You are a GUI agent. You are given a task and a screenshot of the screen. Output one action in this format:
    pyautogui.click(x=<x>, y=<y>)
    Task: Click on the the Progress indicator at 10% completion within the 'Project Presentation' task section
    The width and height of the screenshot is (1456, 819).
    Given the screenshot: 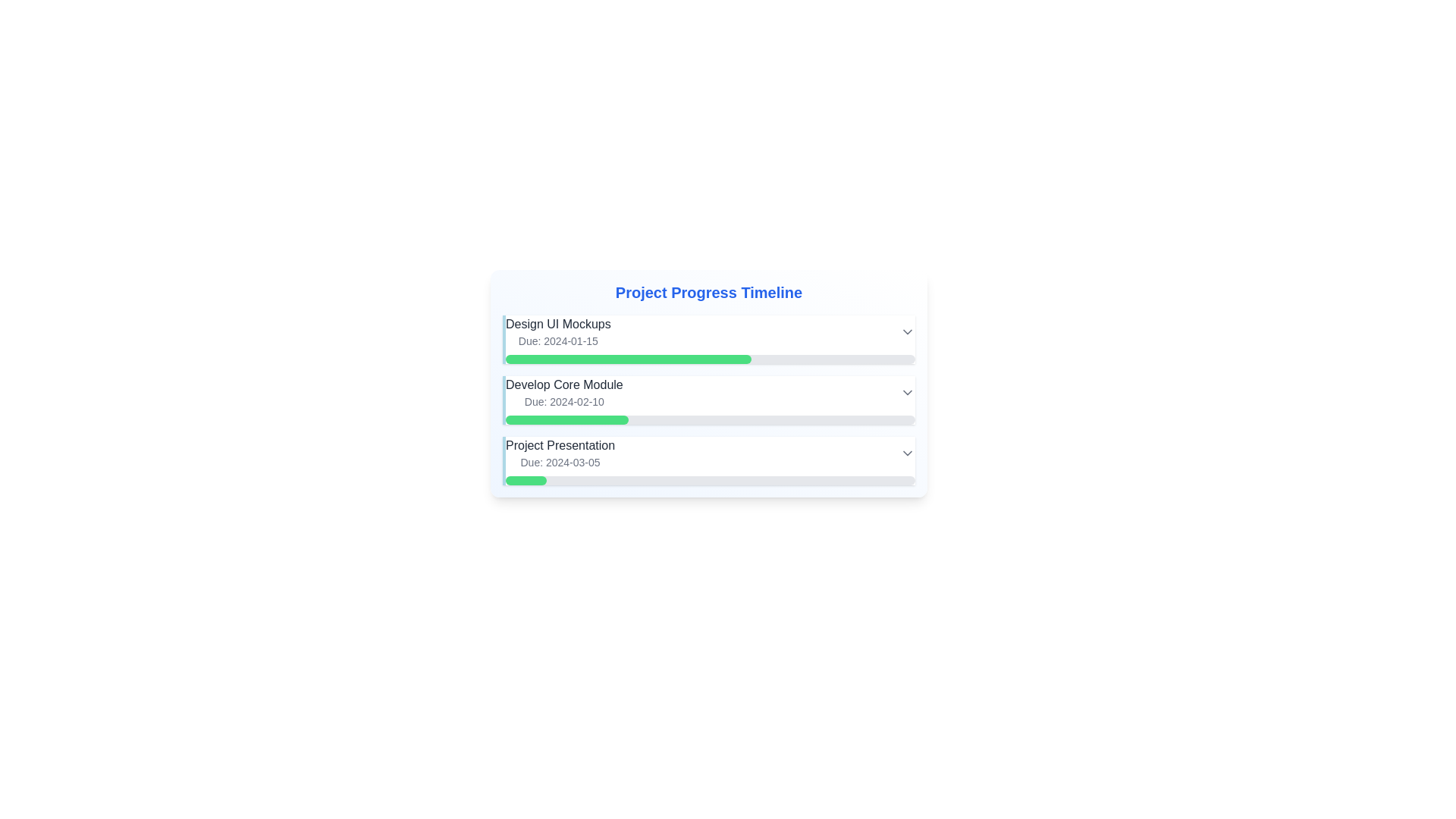 What is the action you would take?
    pyautogui.click(x=526, y=480)
    